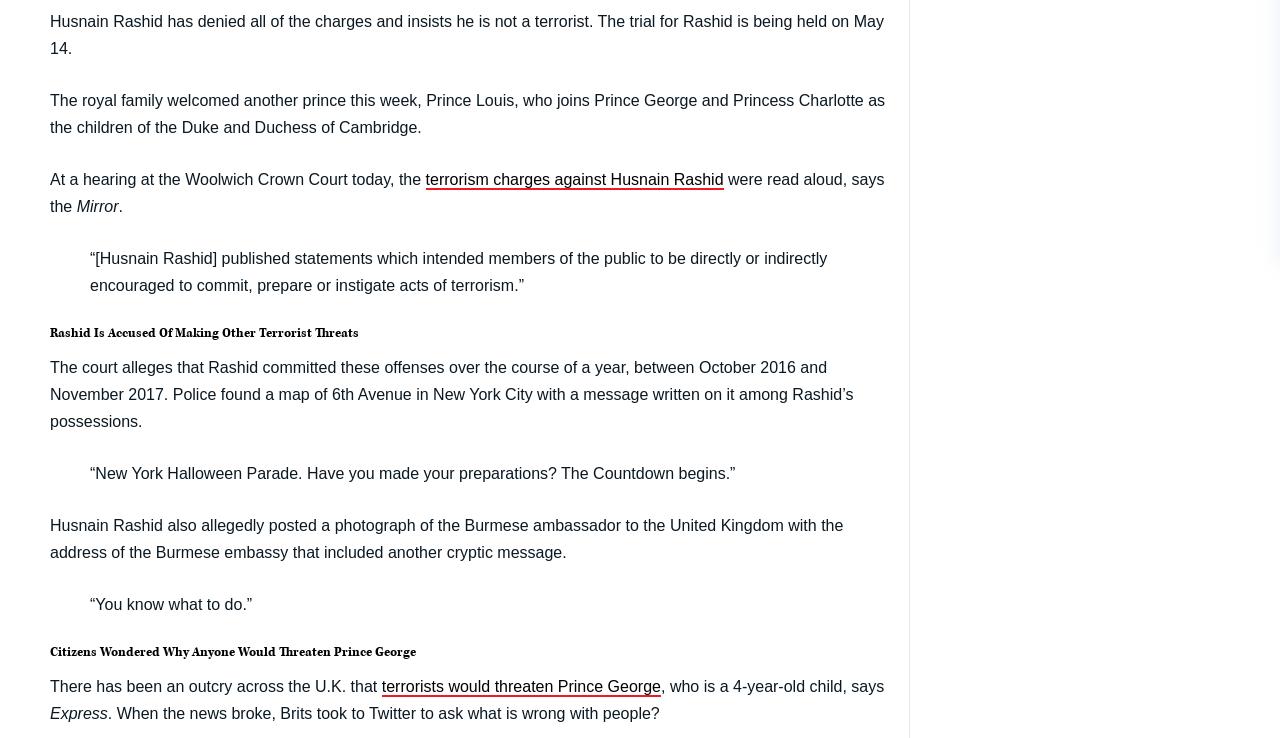 The image size is (1280, 738). What do you see at coordinates (215, 684) in the screenshot?
I see `'There has been an outcry across the U.K. that'` at bounding box center [215, 684].